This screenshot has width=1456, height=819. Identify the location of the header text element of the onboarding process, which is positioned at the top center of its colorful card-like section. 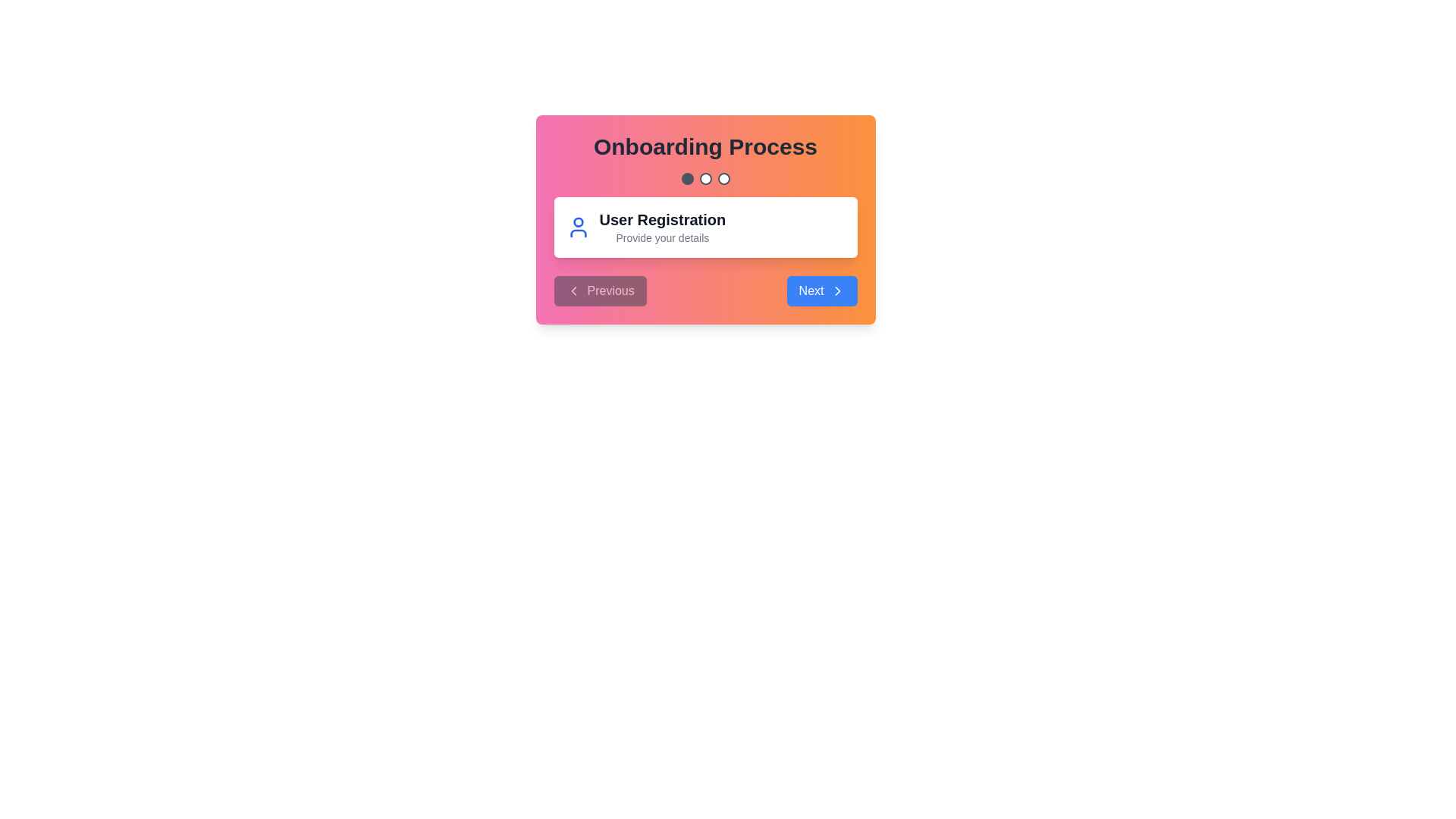
(704, 146).